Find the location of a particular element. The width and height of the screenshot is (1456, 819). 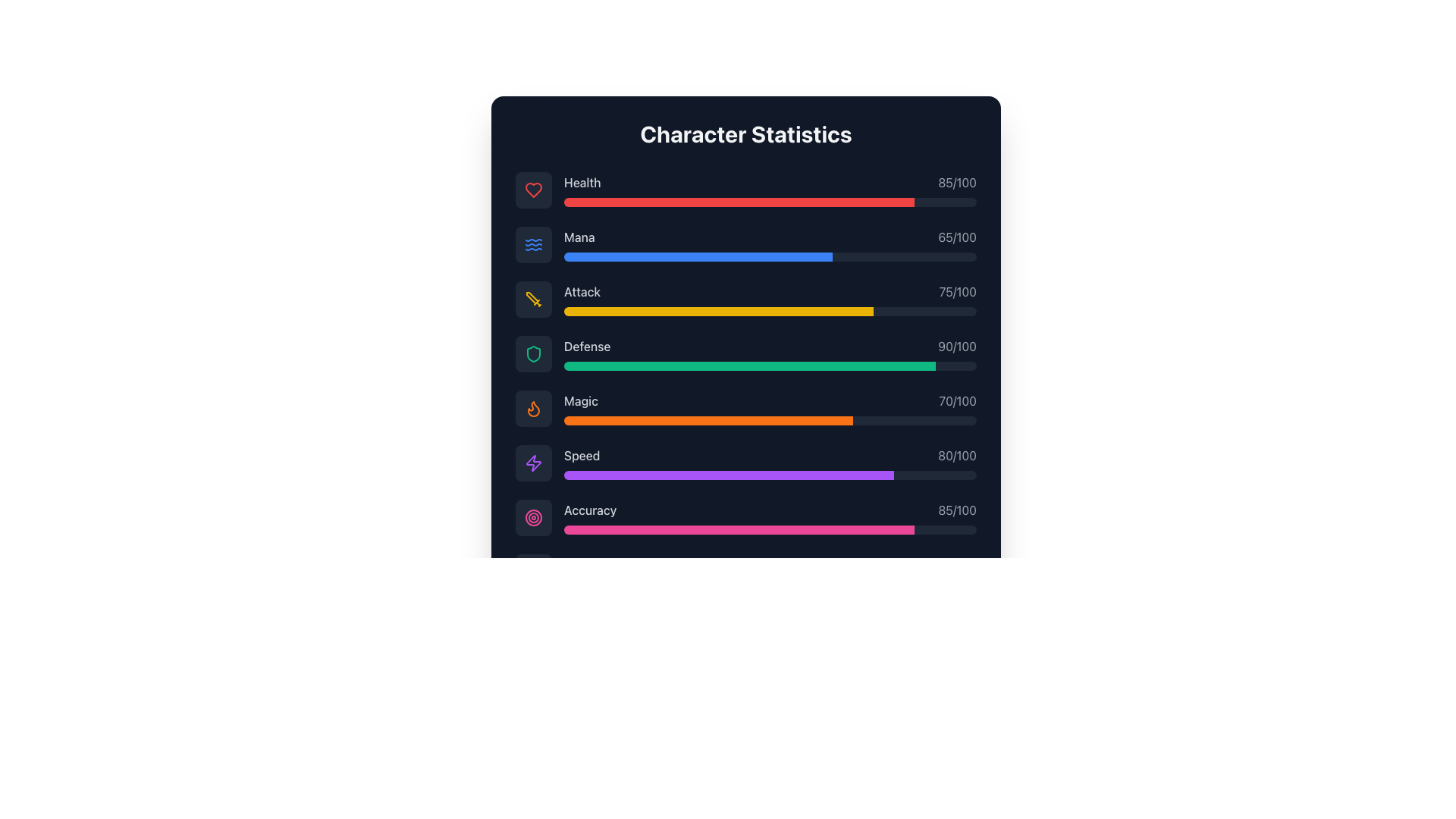

the text label displaying 'Magic', which is the fifth entry in the character statistics list, located on a dark background with an orange flame icon to the left and an orange progress bar labeled '70/100' to the right is located at coordinates (580, 400).